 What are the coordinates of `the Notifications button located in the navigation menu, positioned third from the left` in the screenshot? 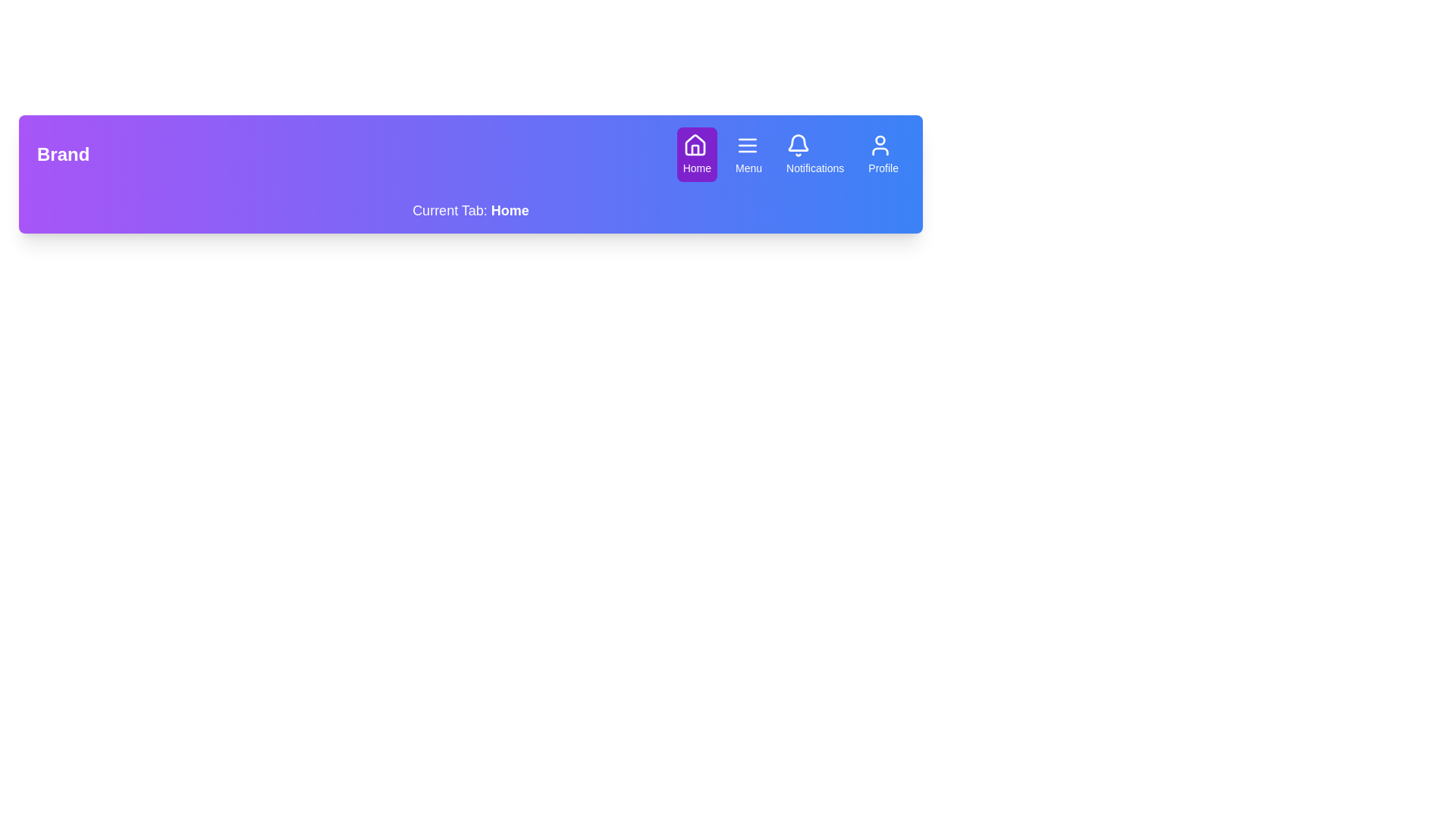 It's located at (814, 155).